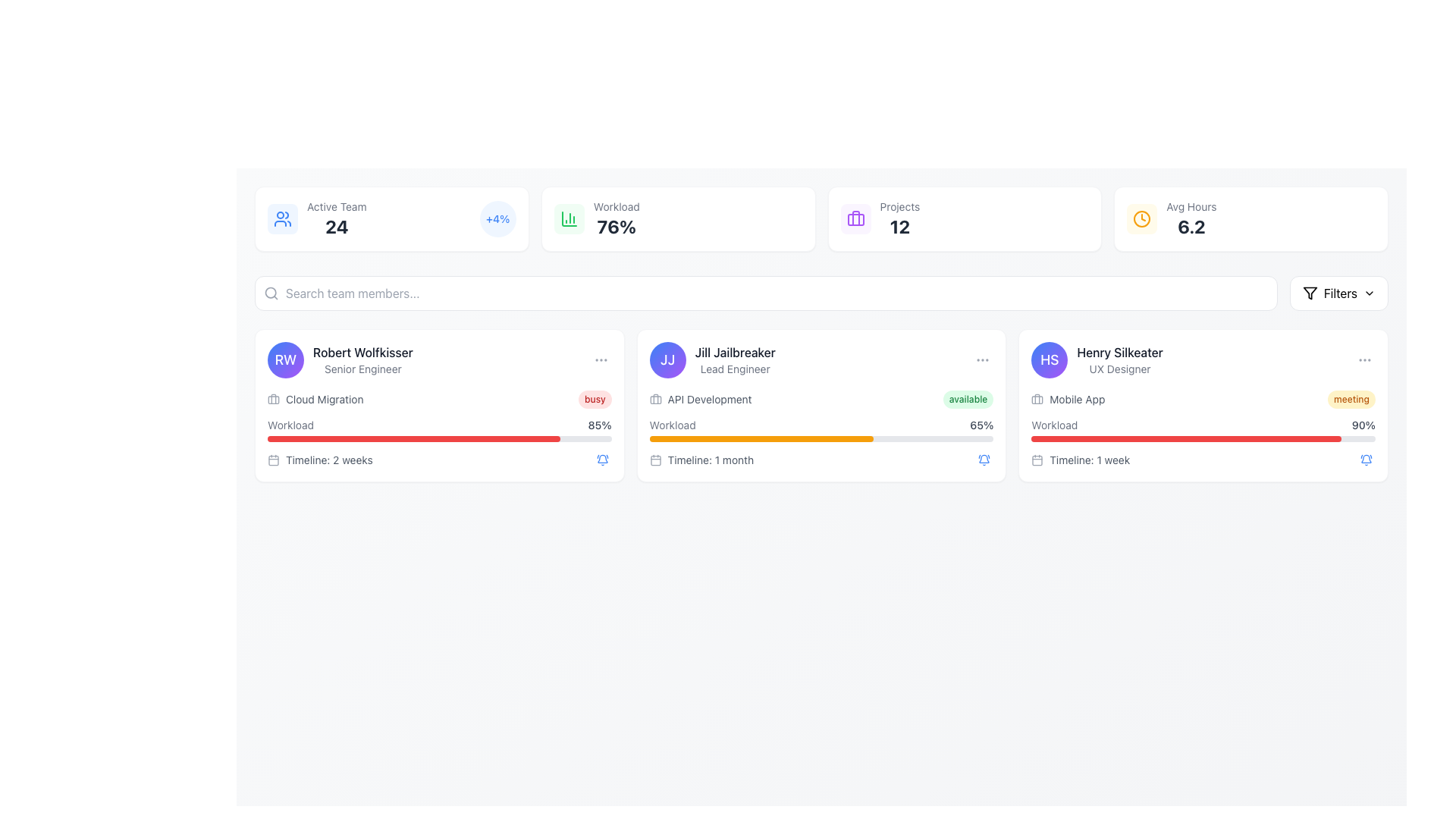 The width and height of the screenshot is (1456, 819). Describe the element at coordinates (855, 219) in the screenshot. I see `the briefcase-shaped icon with a purple outline located in the top-left area of the 'Active Team' statistics card` at that location.